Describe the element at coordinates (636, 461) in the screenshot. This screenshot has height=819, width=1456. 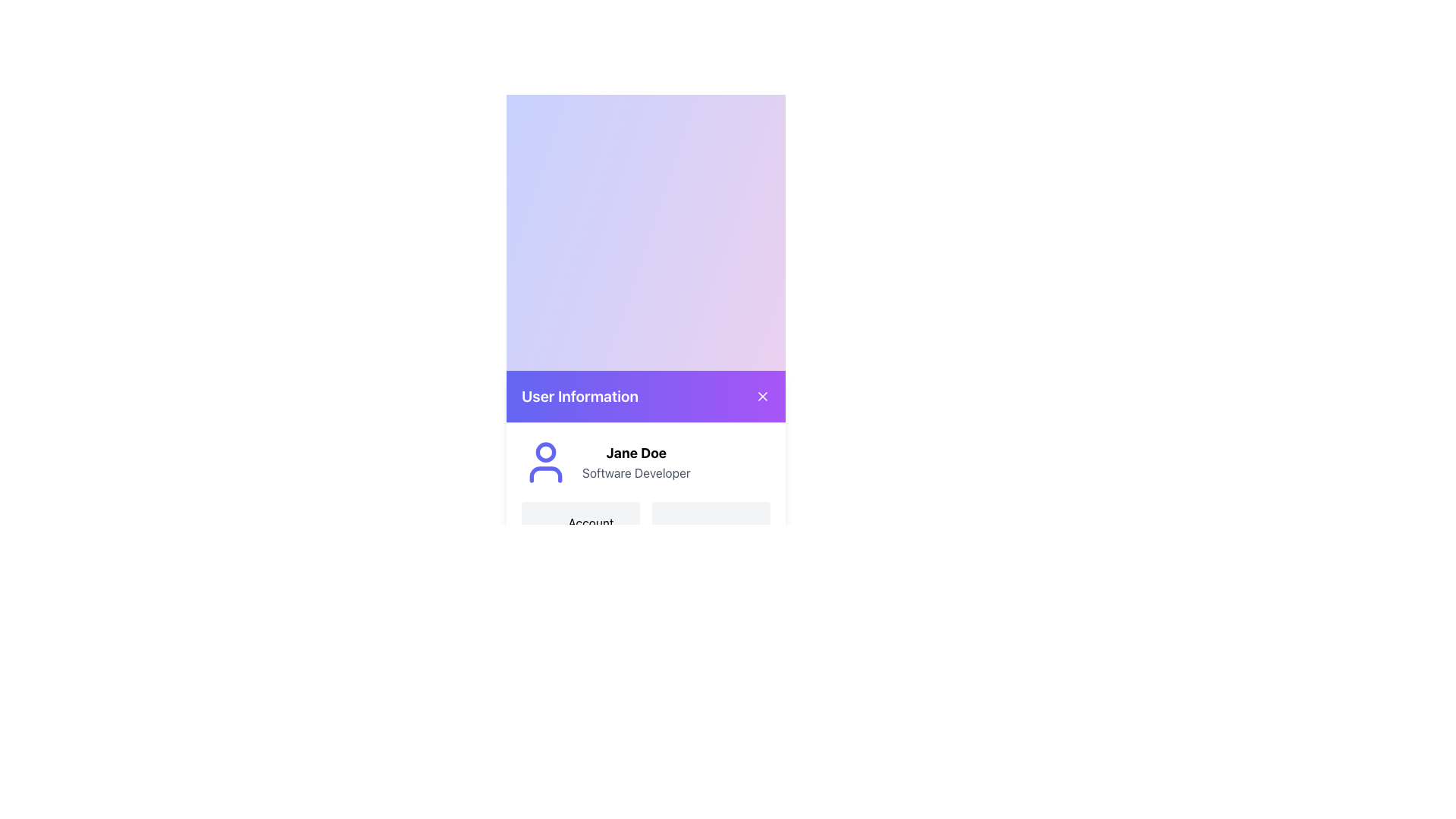
I see `user identification information displayed in the Text Display element located in the 'User Information' section, which shows 'Jane Doe' and 'Software Developer'` at that location.